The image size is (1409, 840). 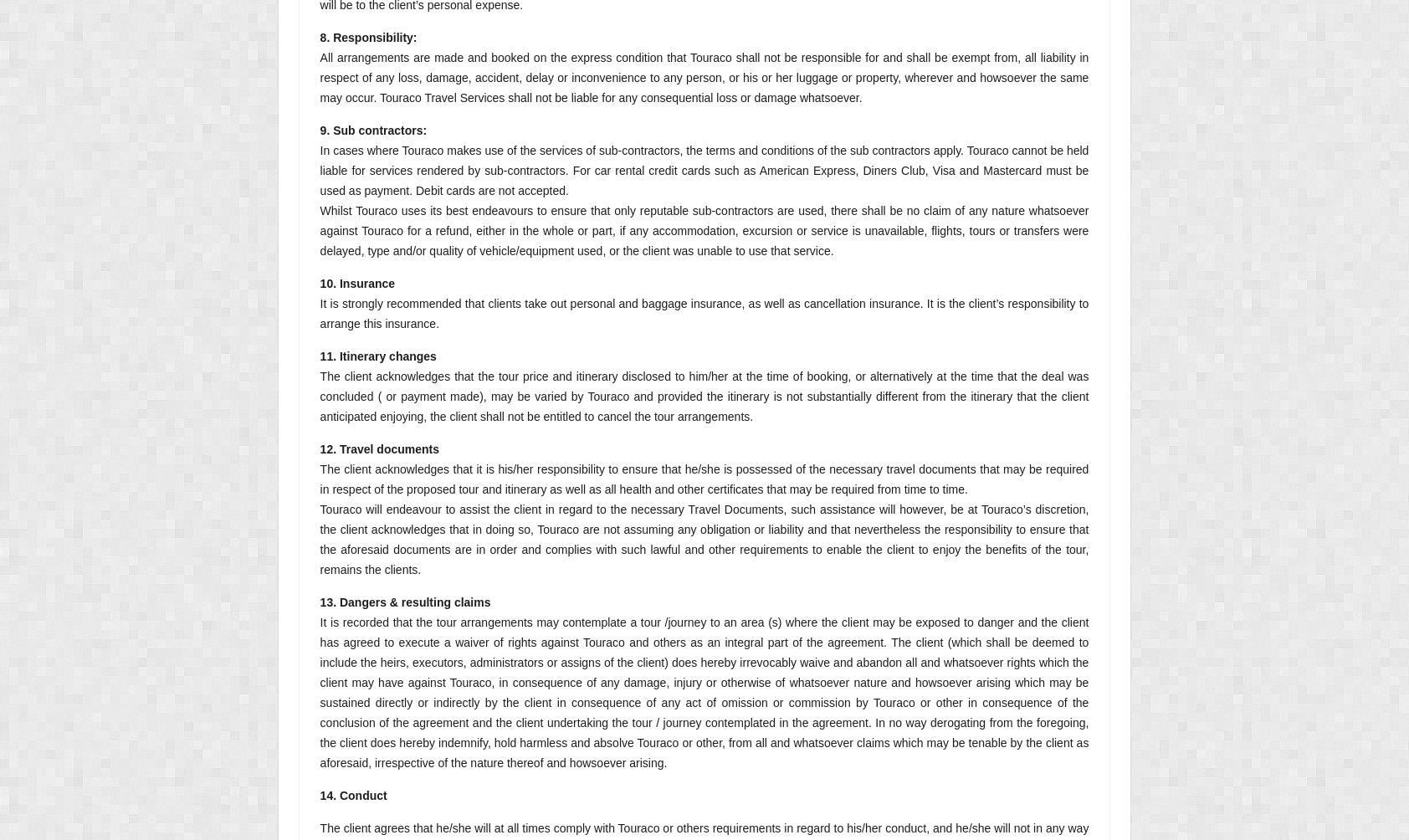 I want to click on '12. Travel documents', so click(x=319, y=449).